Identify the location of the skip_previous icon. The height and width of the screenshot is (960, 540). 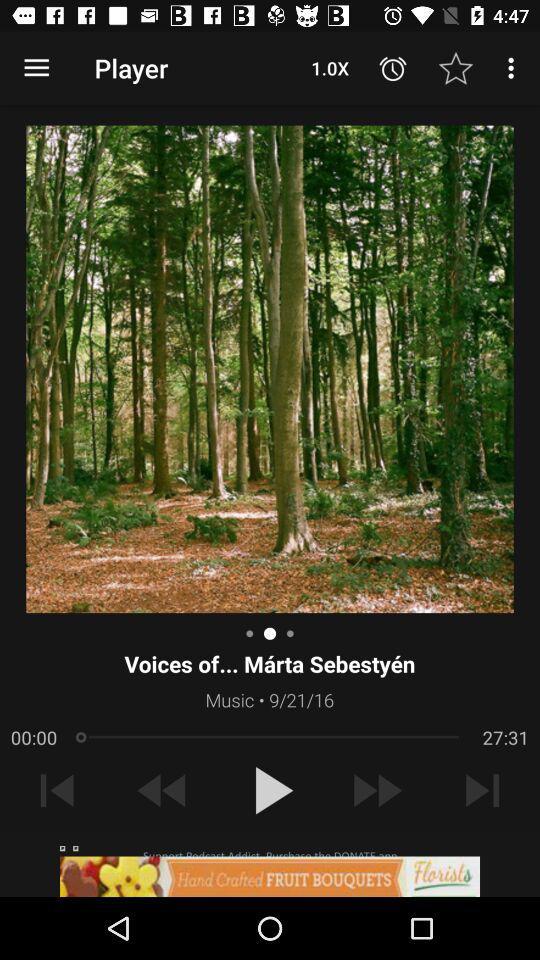
(57, 790).